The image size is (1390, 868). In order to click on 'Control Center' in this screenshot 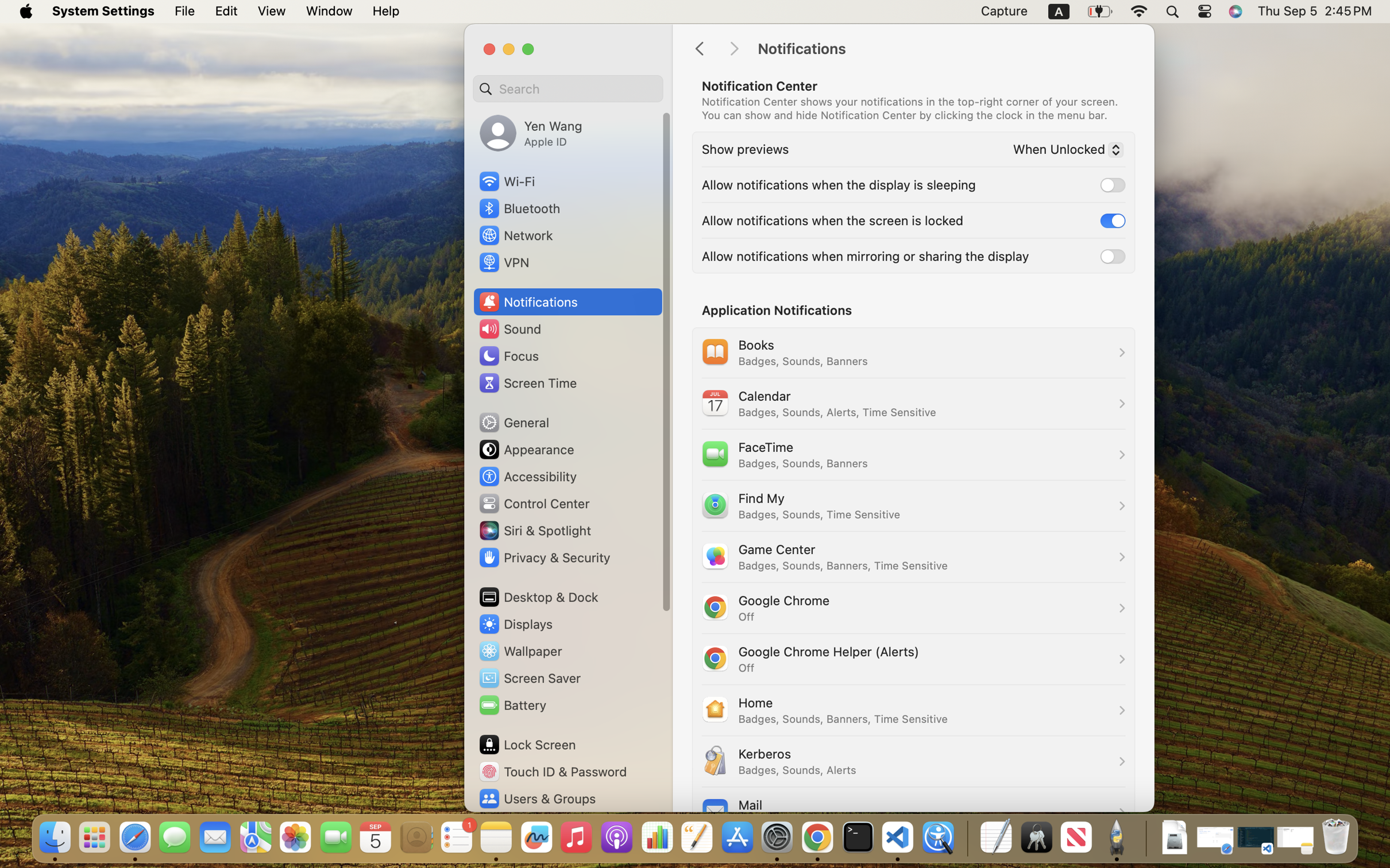, I will do `click(534, 503)`.